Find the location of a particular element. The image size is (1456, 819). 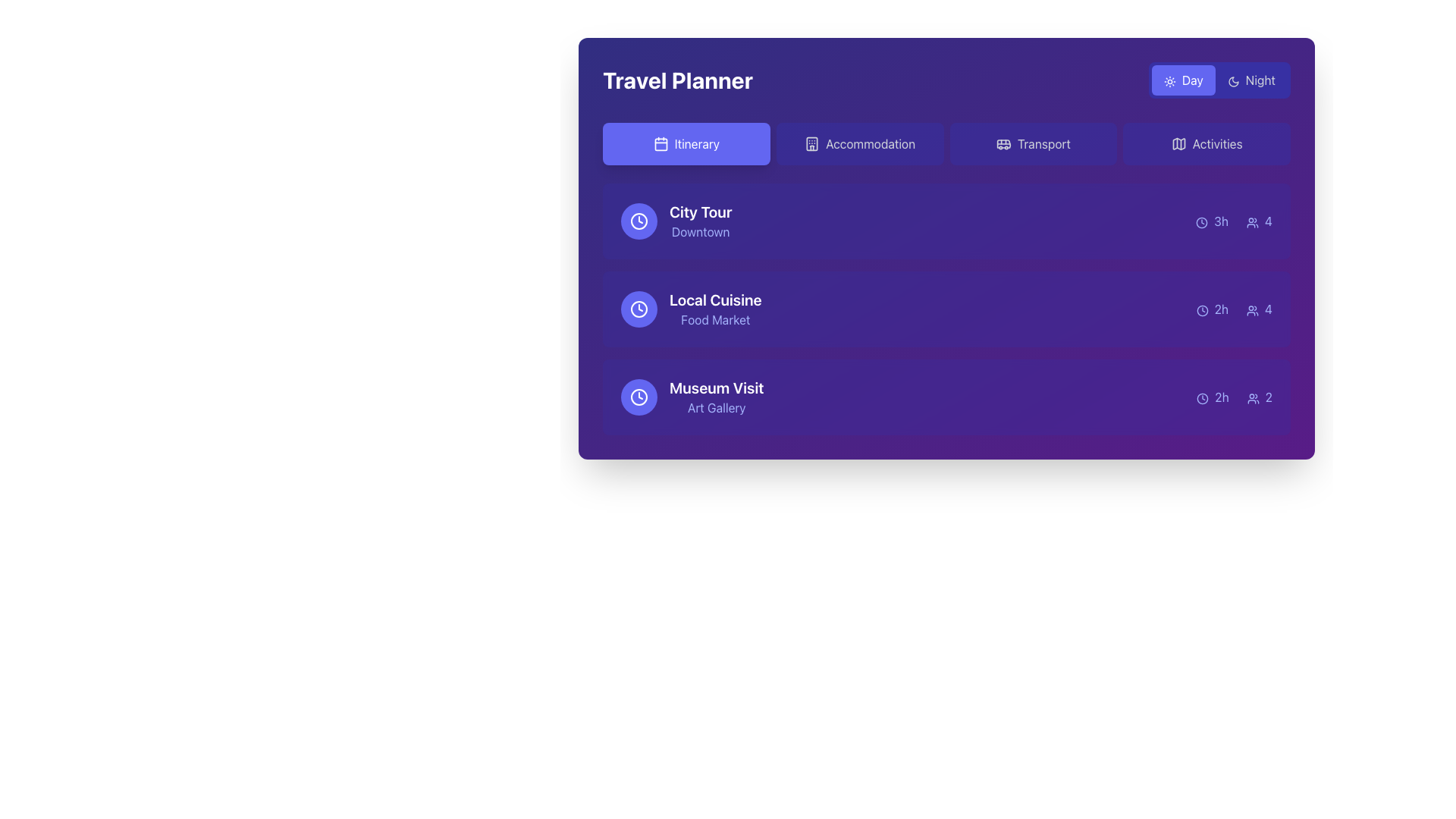

the 'City Tour' clickable card, which is the first card in a vertical arrangement of activity options is located at coordinates (946, 221).